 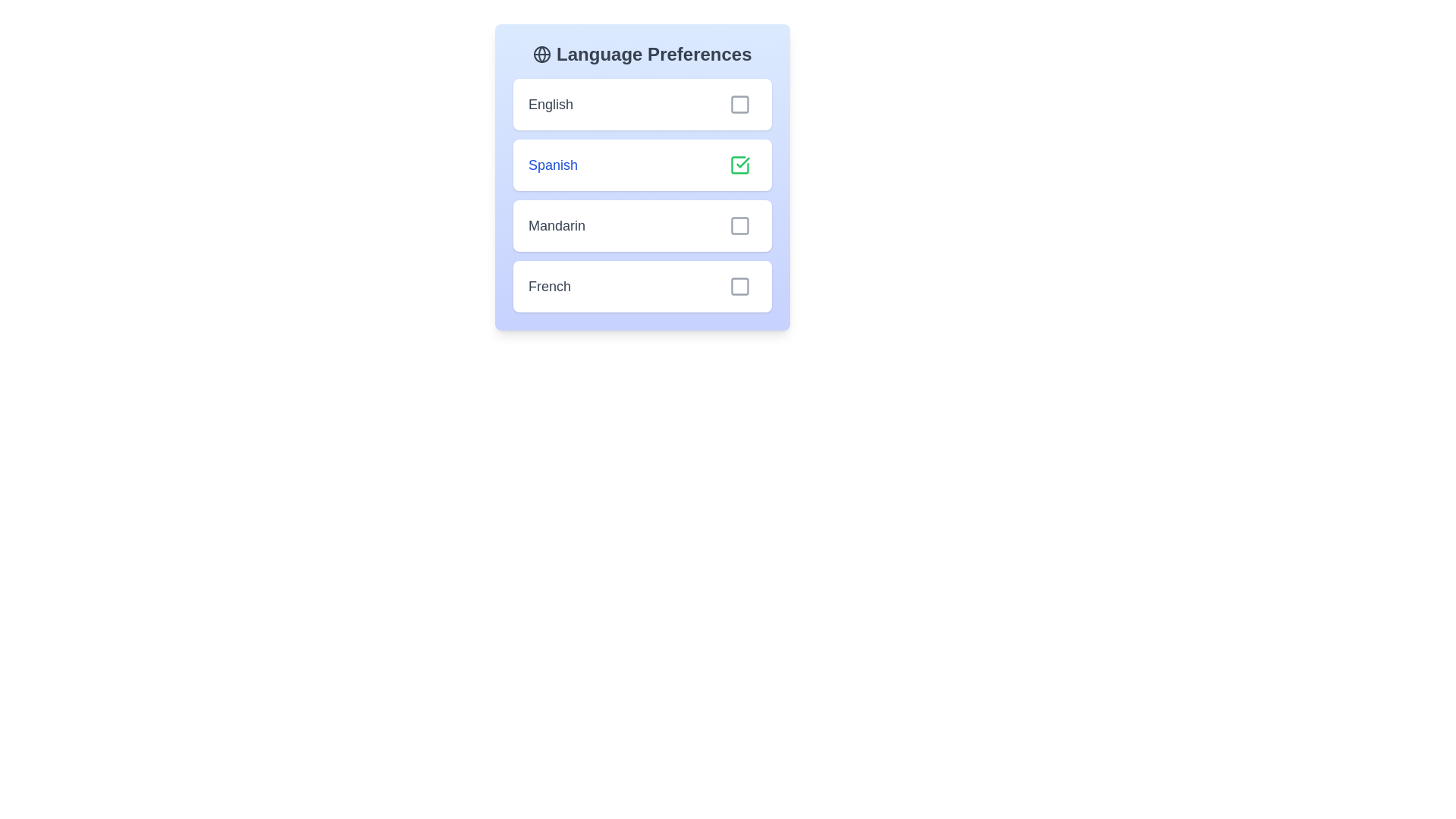 What do you see at coordinates (739, 104) in the screenshot?
I see `the checkbox for selecting or deselecting the English language preference, located in the 'Language Preferences' section, to potentially reveal a tooltip` at bounding box center [739, 104].